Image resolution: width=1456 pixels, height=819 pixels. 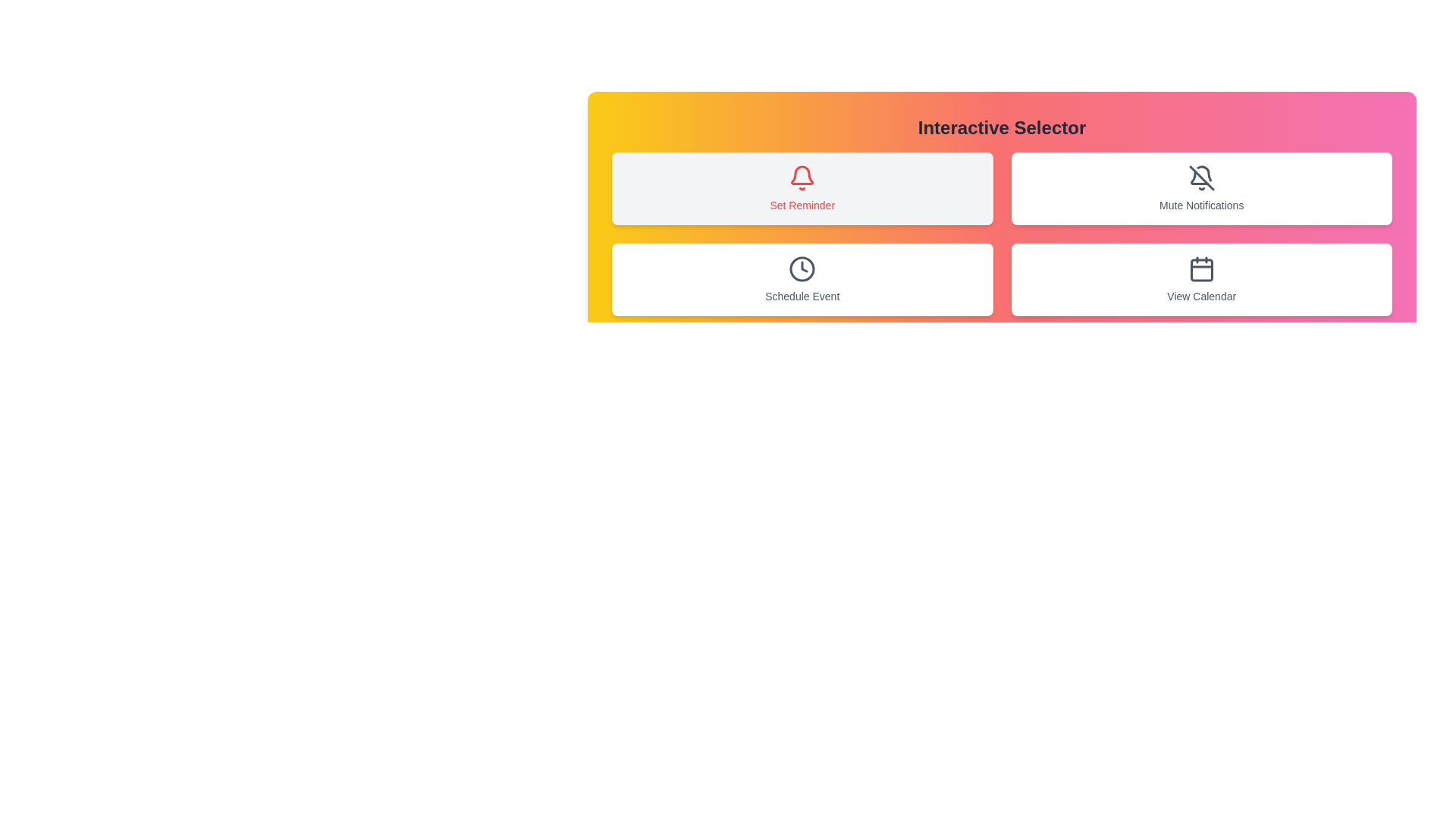 I want to click on the button corresponding to Schedule Event to select it, so click(x=802, y=280).